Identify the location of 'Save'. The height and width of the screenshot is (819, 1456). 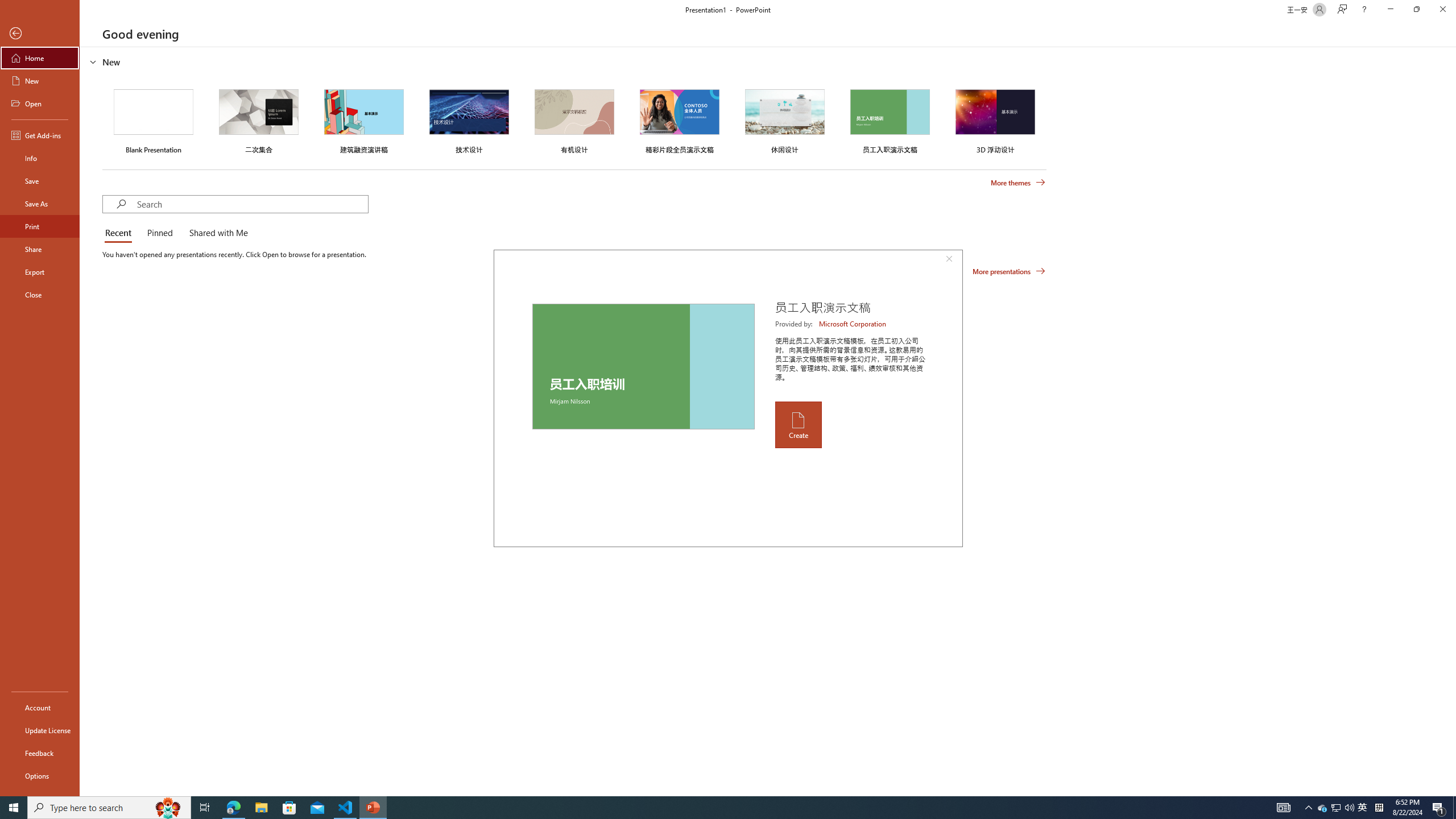
(39, 180).